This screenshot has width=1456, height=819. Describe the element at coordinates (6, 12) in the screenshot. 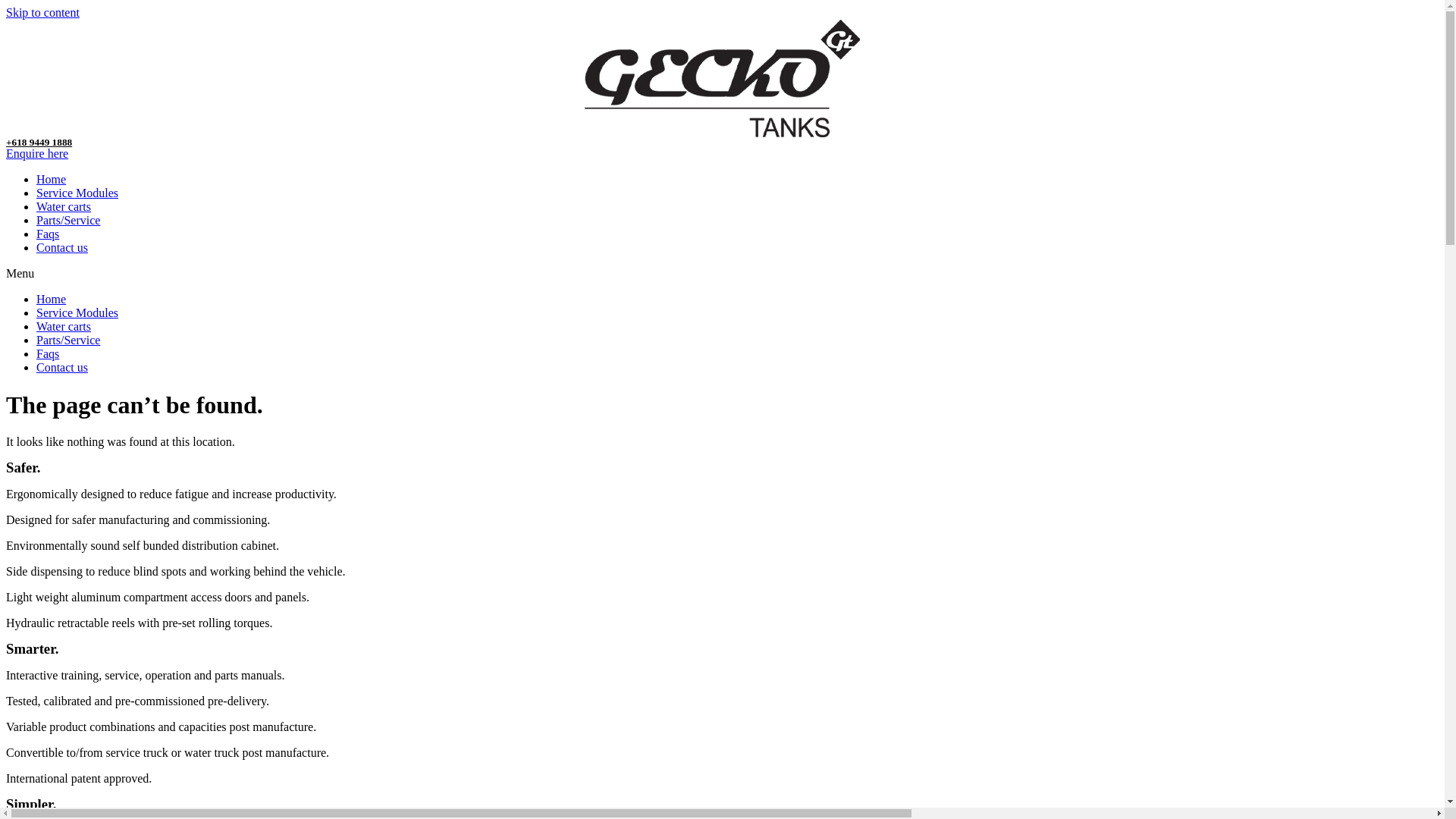

I see `'Skip to content'` at that location.